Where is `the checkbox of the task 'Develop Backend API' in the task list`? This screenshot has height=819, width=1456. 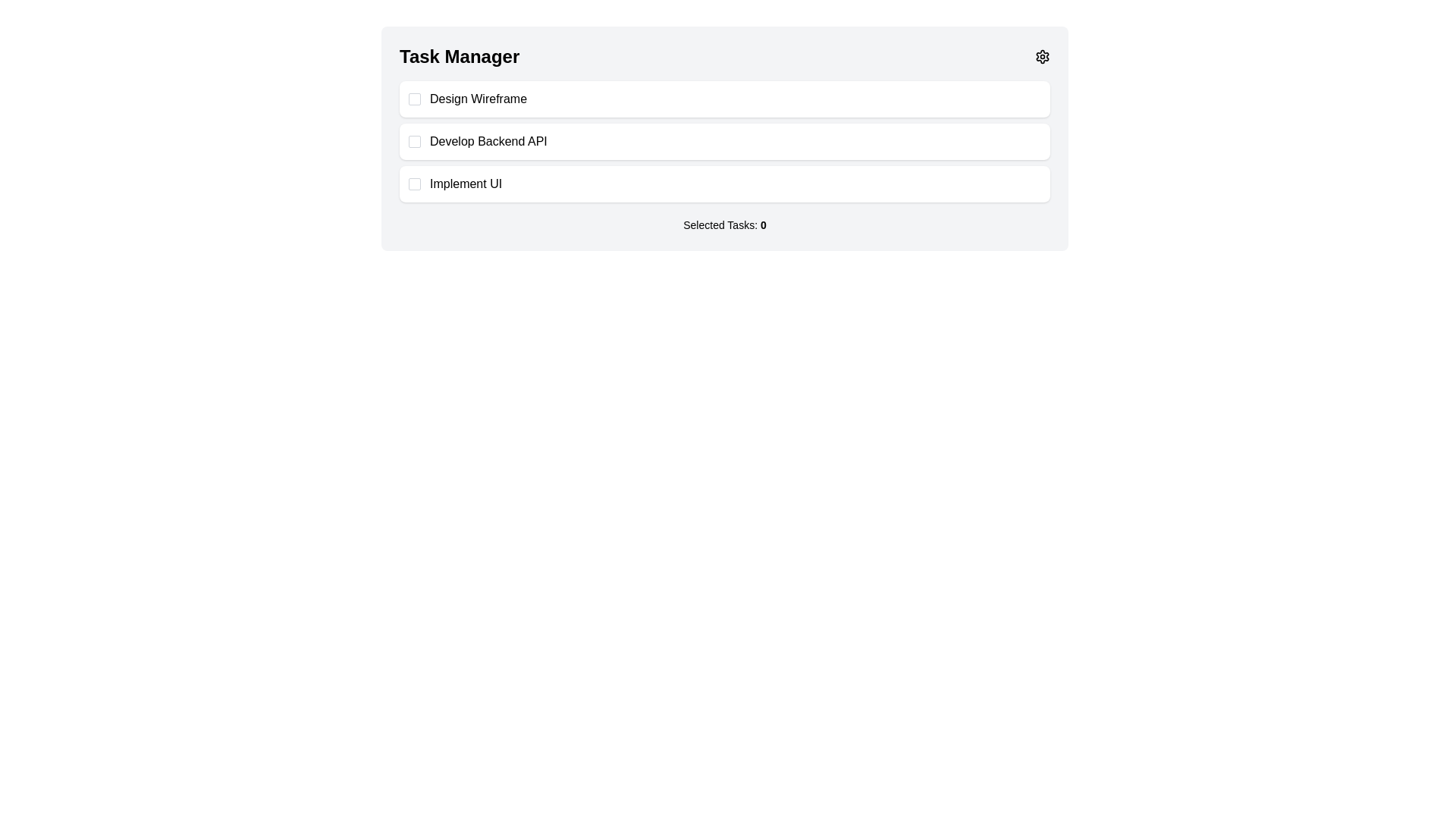
the checkbox of the task 'Develop Backend API' in the task list is located at coordinates (723, 141).